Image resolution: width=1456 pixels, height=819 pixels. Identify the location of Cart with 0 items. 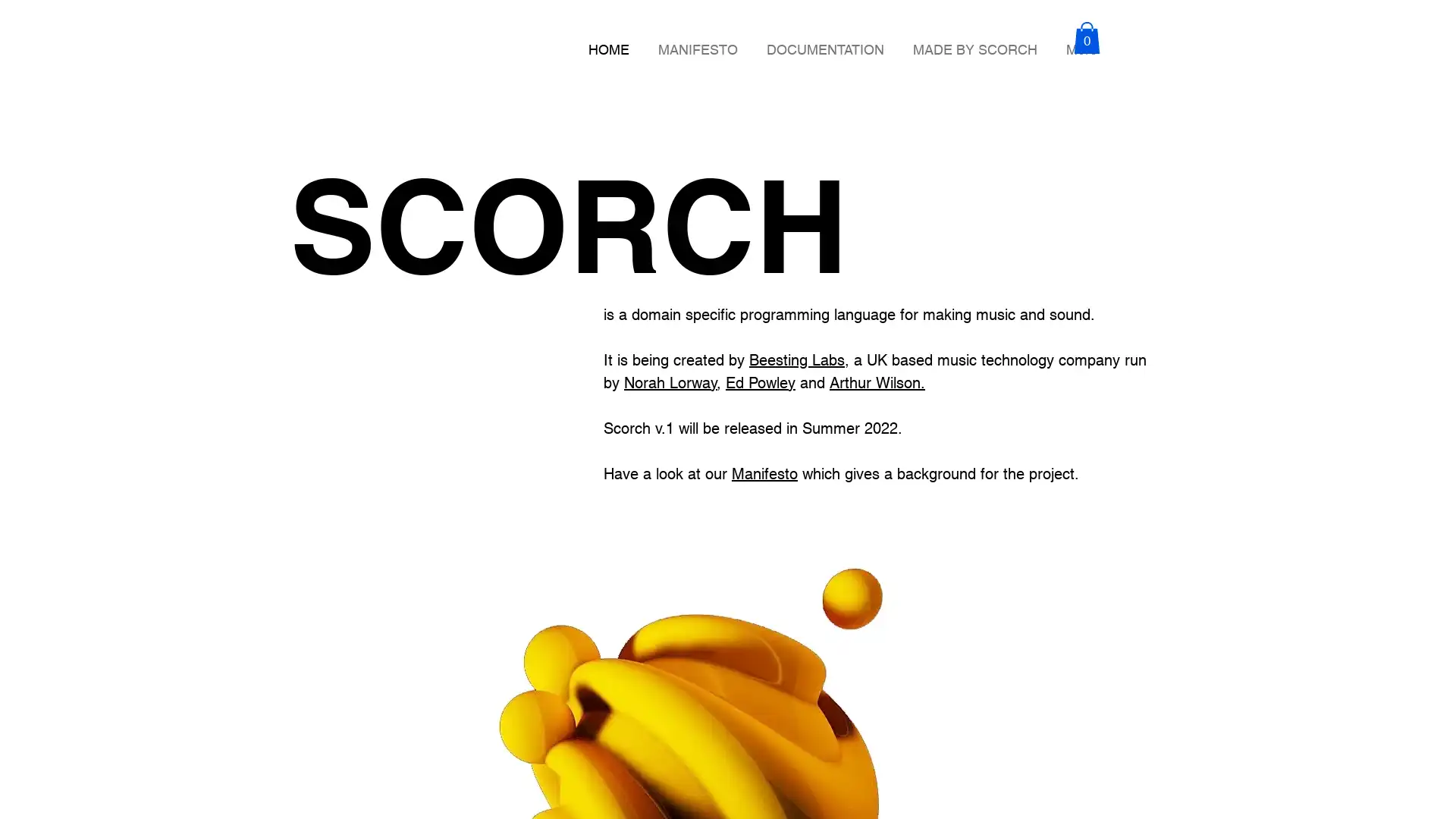
(1086, 36).